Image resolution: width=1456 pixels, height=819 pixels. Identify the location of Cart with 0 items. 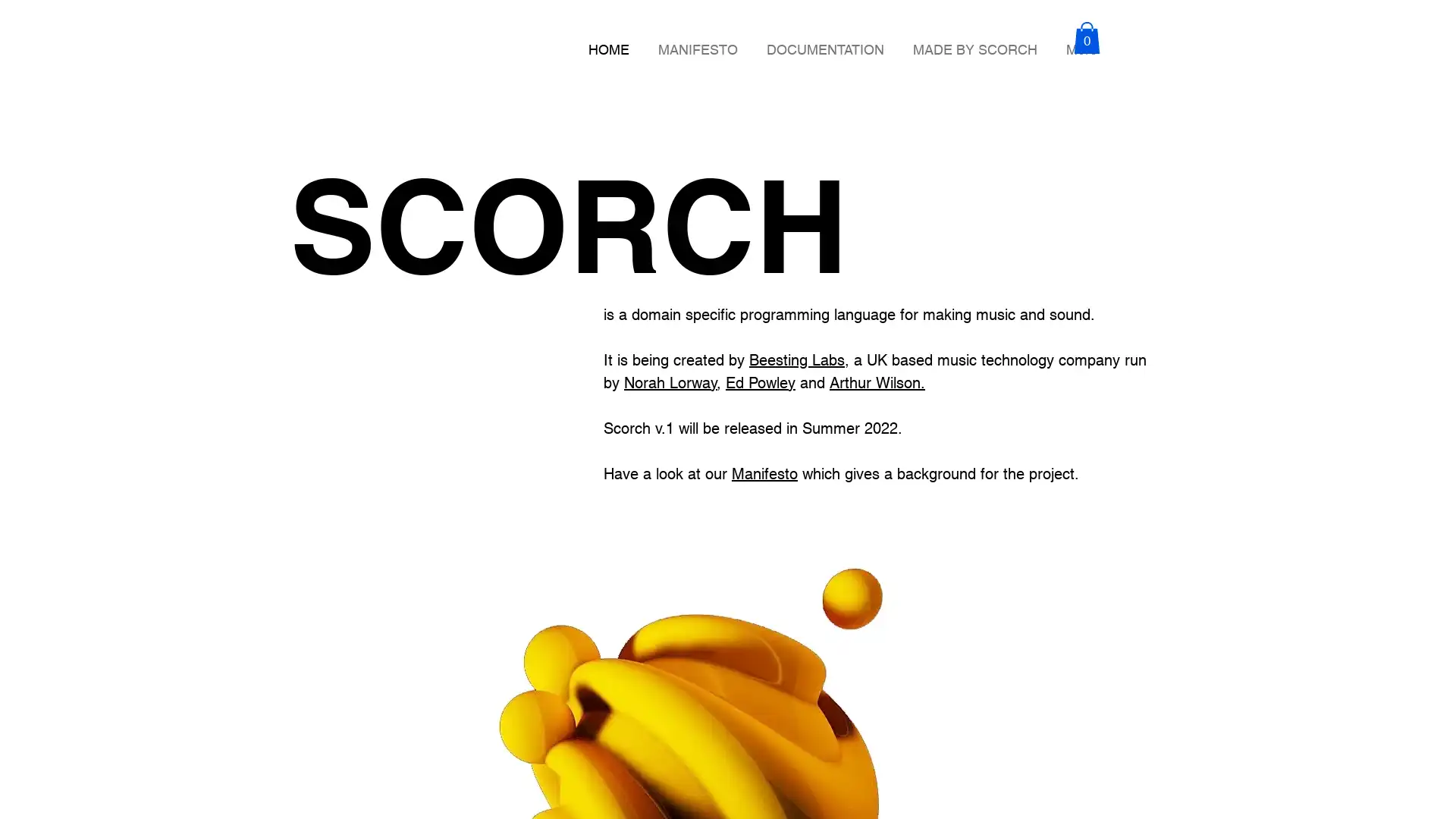
(1086, 36).